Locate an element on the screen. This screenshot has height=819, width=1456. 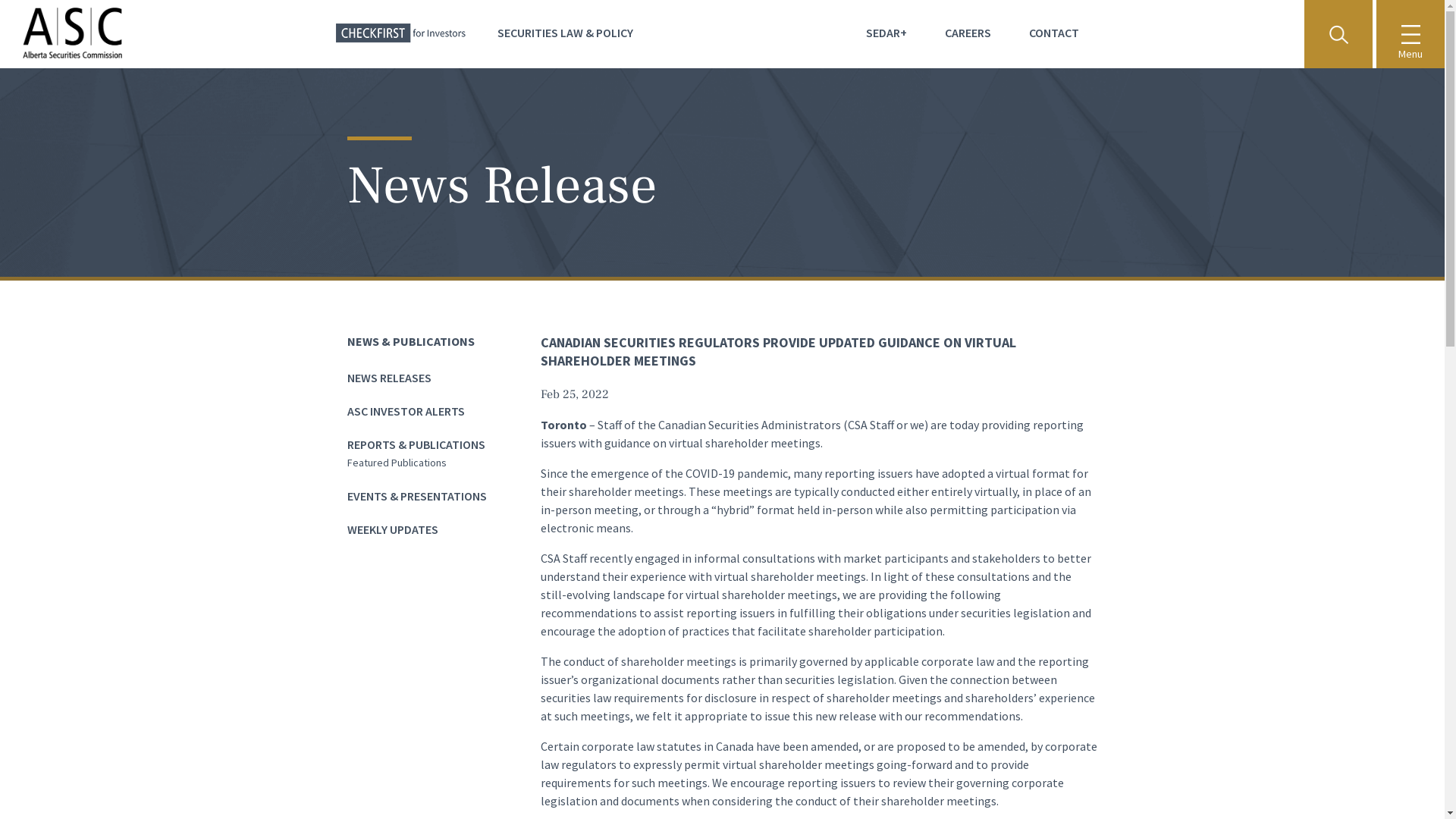
'CAREERS' is located at coordinates (967, 32).